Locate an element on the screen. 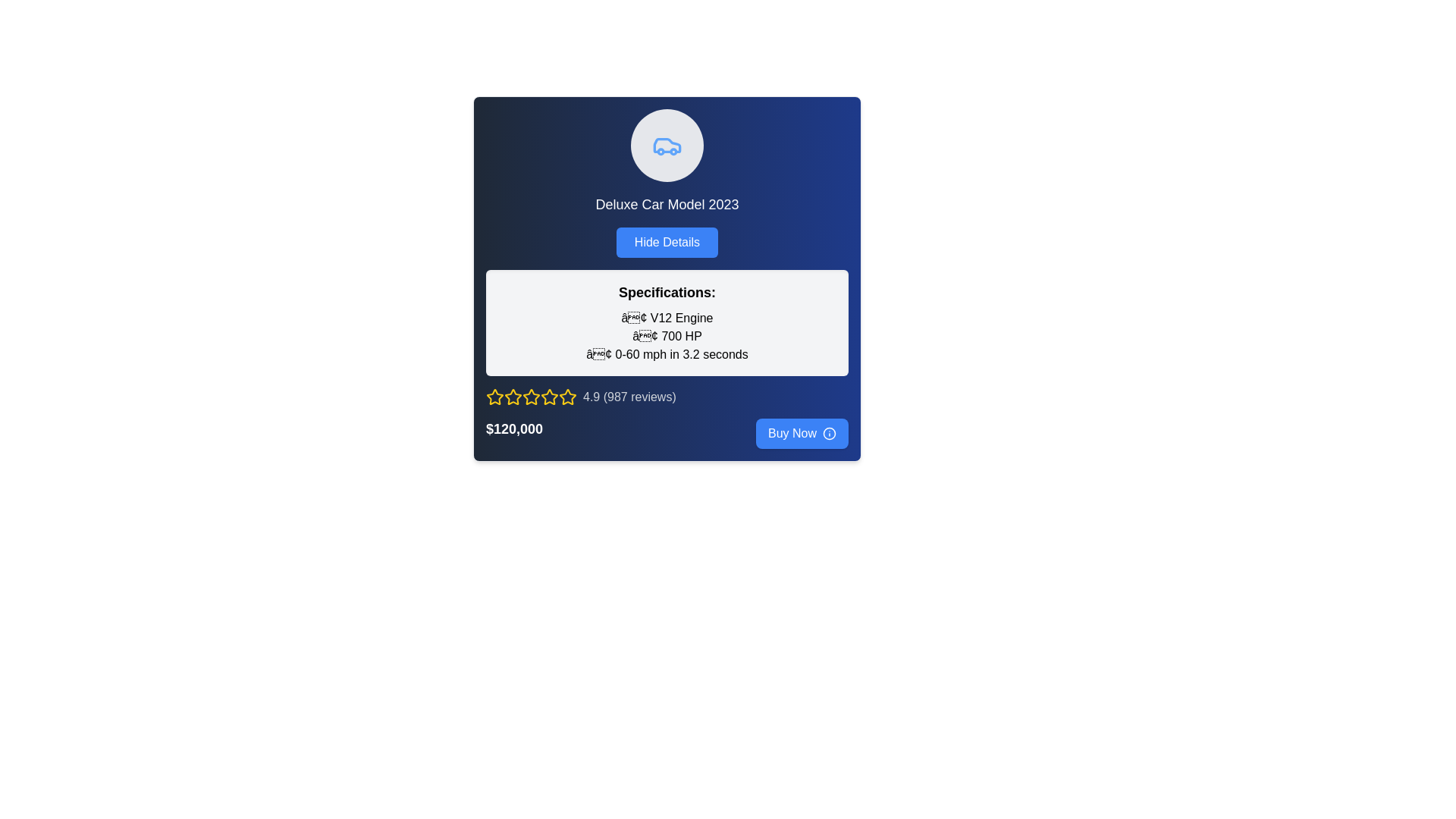 This screenshot has width=1456, height=819. the informational text element containing the bullet points 'V12 Engine', '700 HP', and '0-60 mph in 3.2 seconds', which is situated within a light gray background box below the 'Specifications:' text is located at coordinates (667, 335).